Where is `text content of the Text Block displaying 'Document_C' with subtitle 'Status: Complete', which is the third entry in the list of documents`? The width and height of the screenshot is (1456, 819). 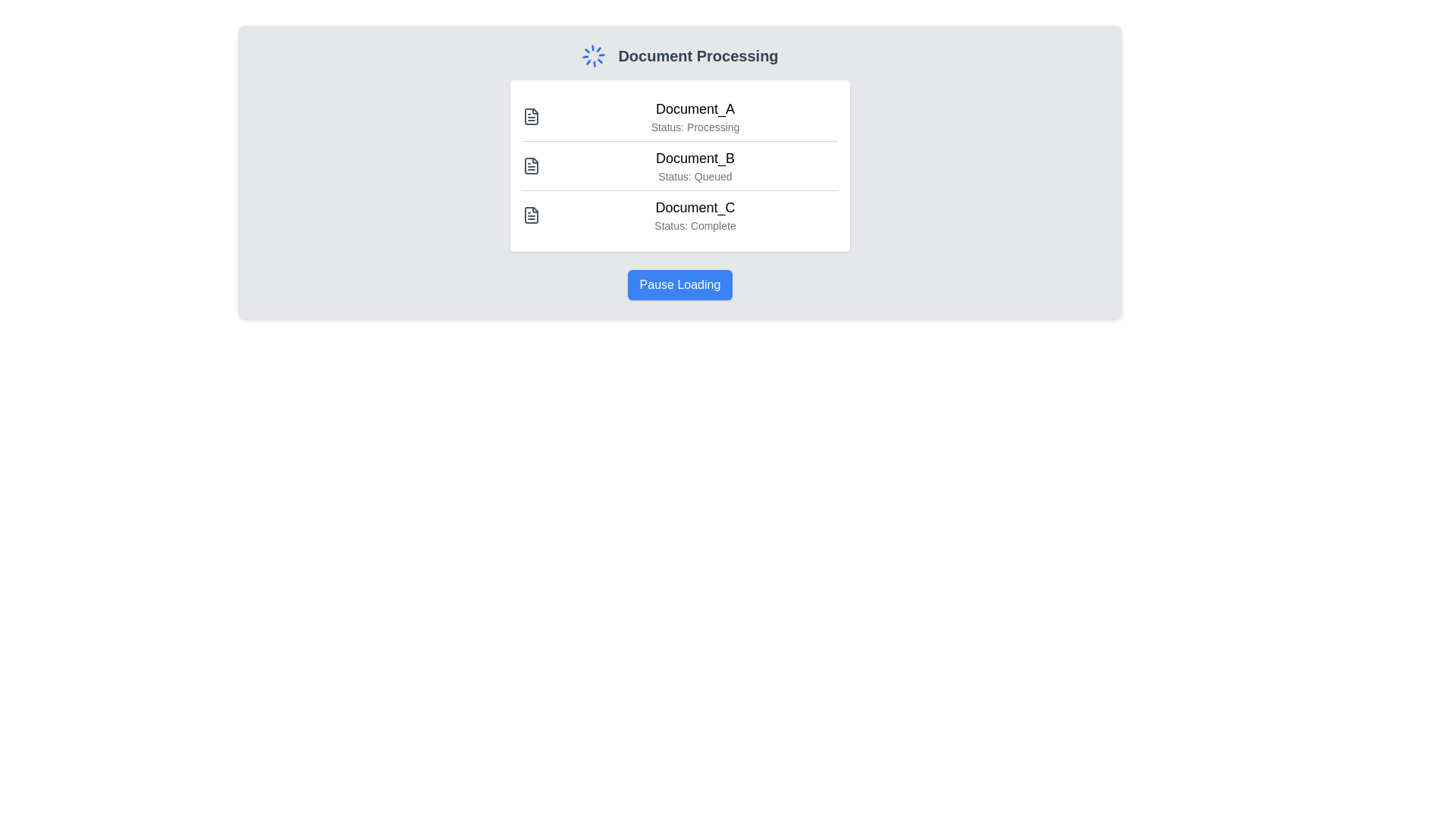 text content of the Text Block displaying 'Document_C' with subtitle 'Status: Complete', which is the third entry in the list of documents is located at coordinates (694, 215).